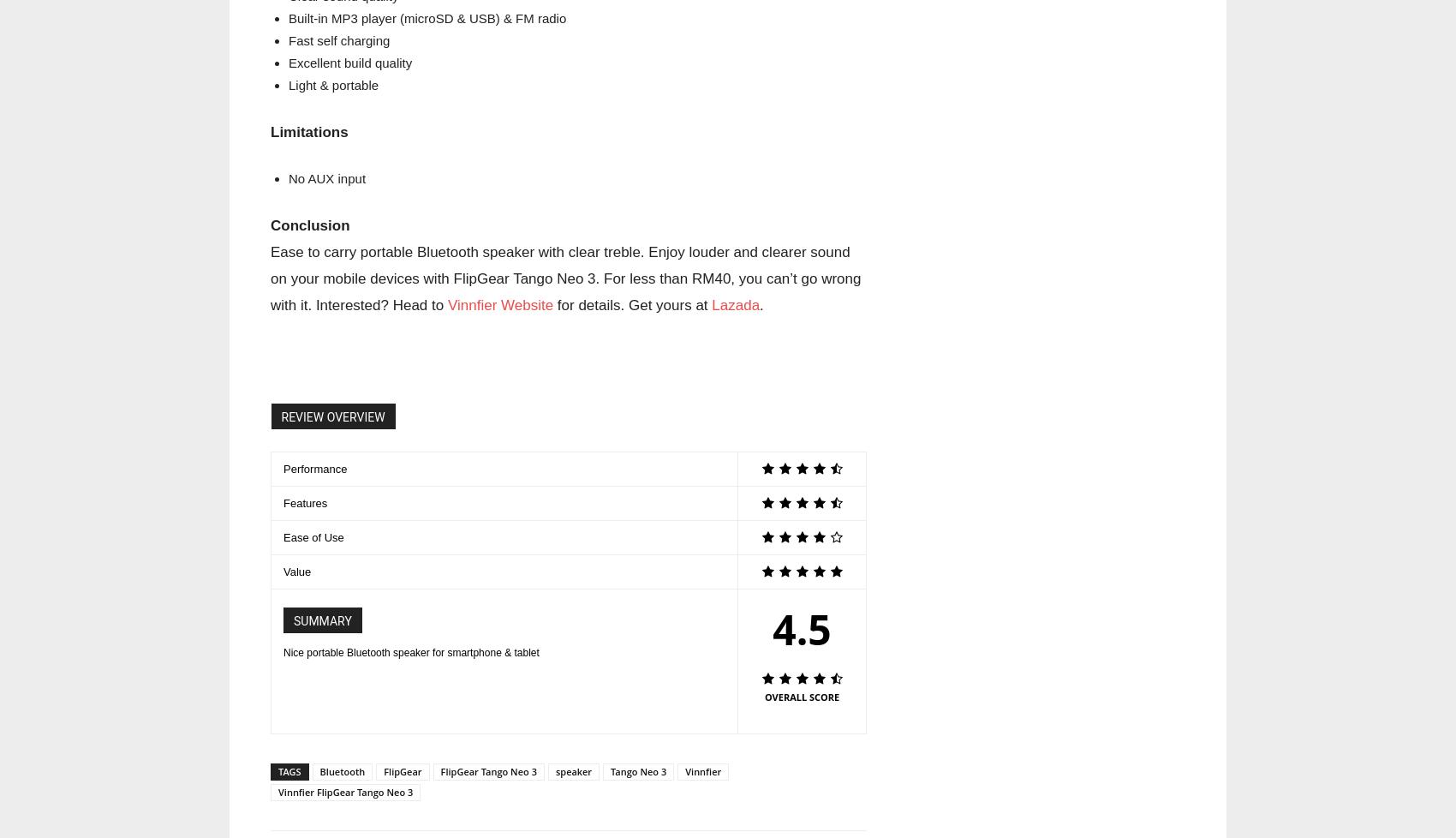 This screenshot has height=838, width=1456. Describe the element at coordinates (337, 40) in the screenshot. I see `'Fast self charging'` at that location.